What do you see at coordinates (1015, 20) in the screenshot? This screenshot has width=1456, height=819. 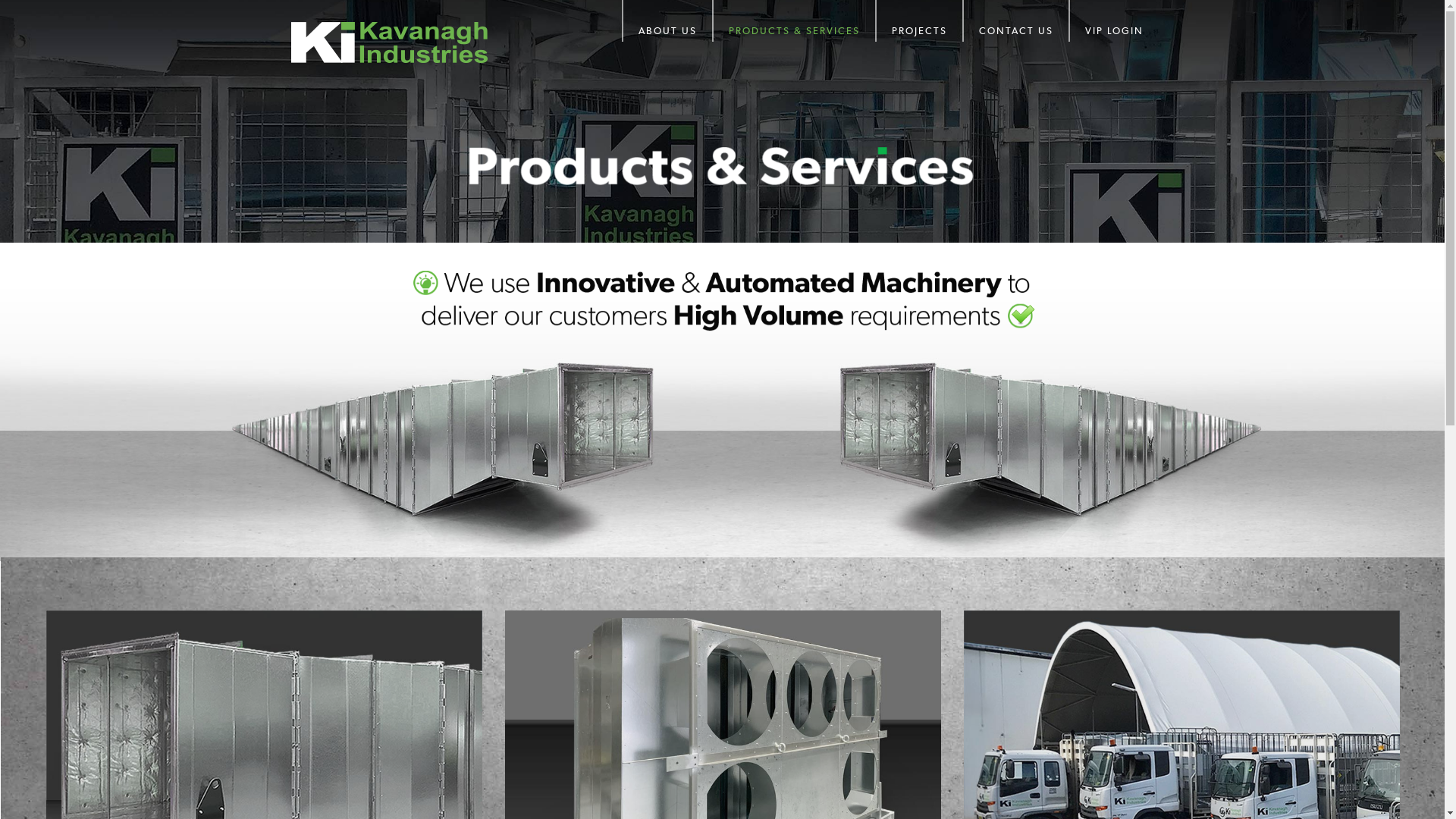 I see `'CONTACT US'` at bounding box center [1015, 20].